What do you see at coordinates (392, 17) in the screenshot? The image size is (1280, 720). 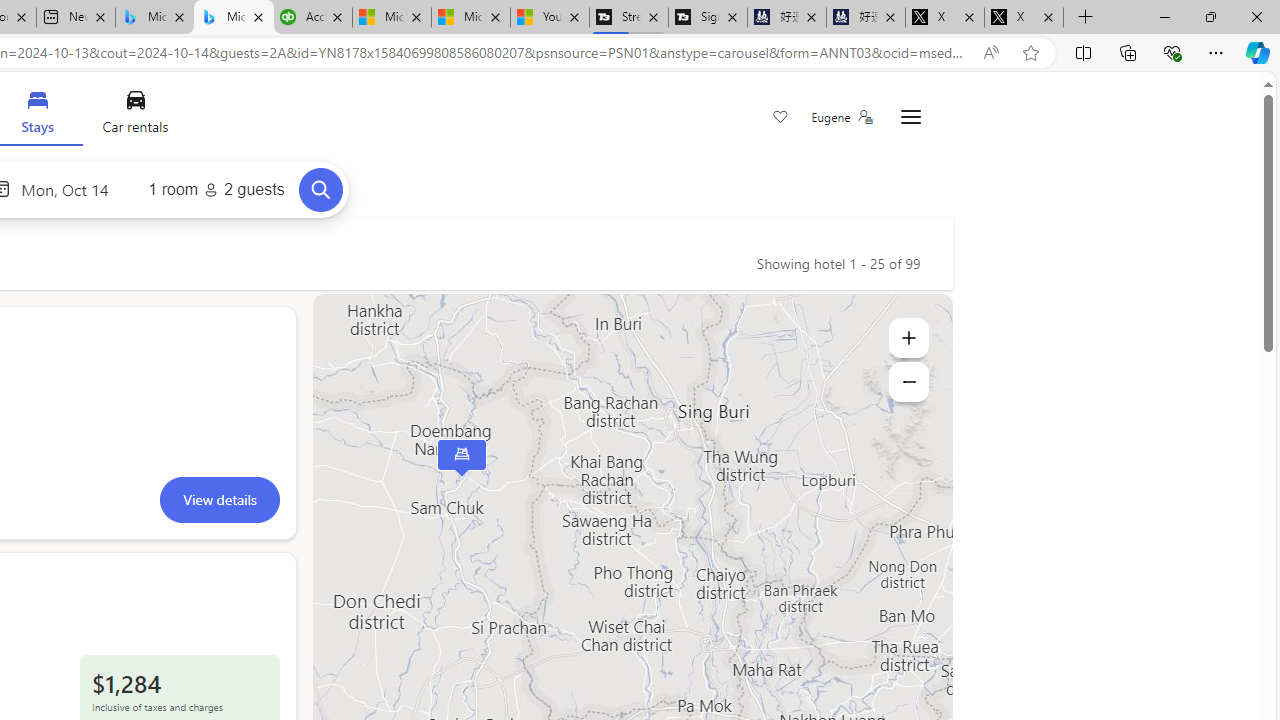 I see `'Microsoft Start Sports'` at bounding box center [392, 17].